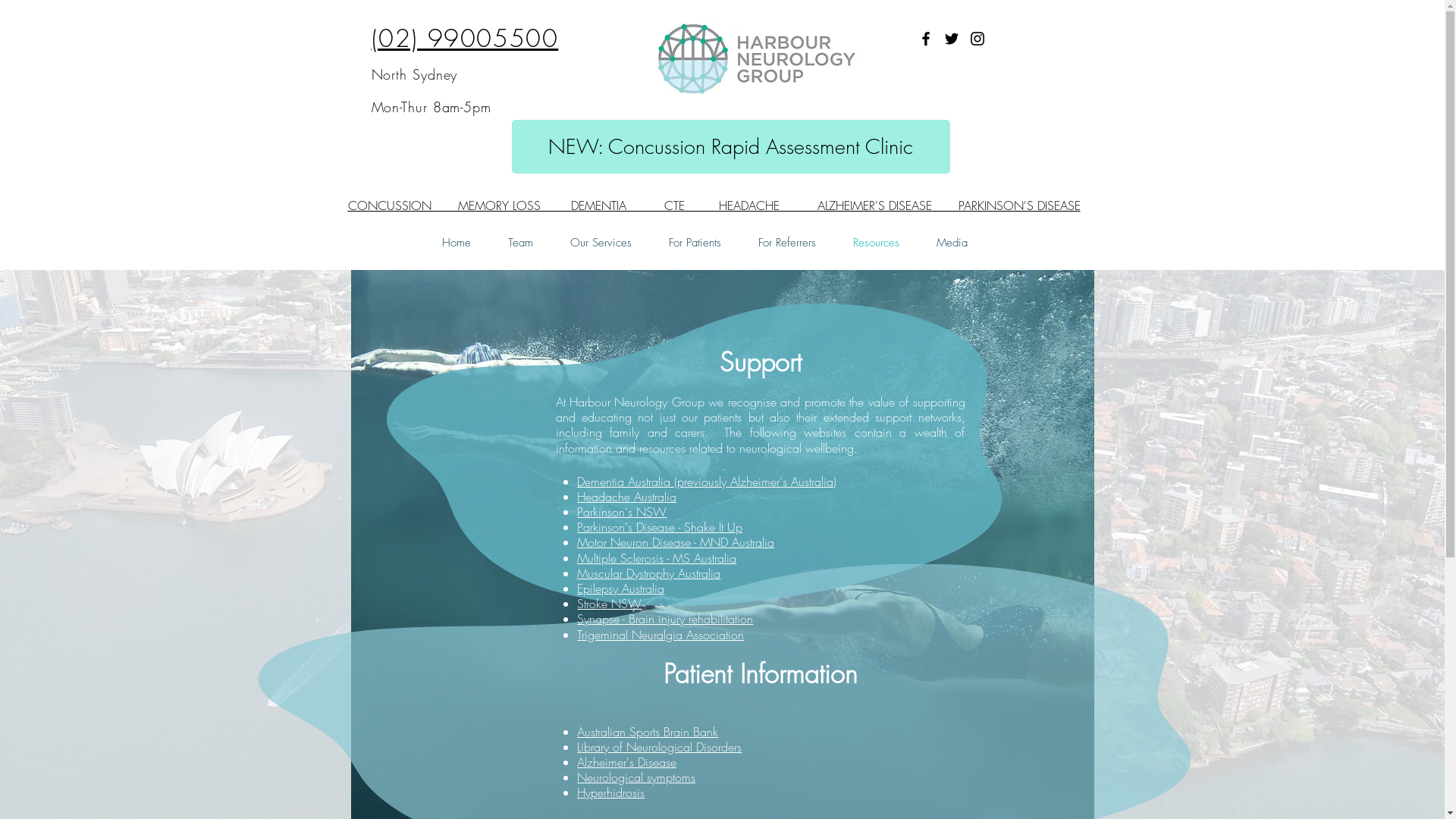 Image resolution: width=1456 pixels, height=819 pixels. I want to click on 'NEW: Concussion Rapid Assessment Clinic', so click(730, 146).